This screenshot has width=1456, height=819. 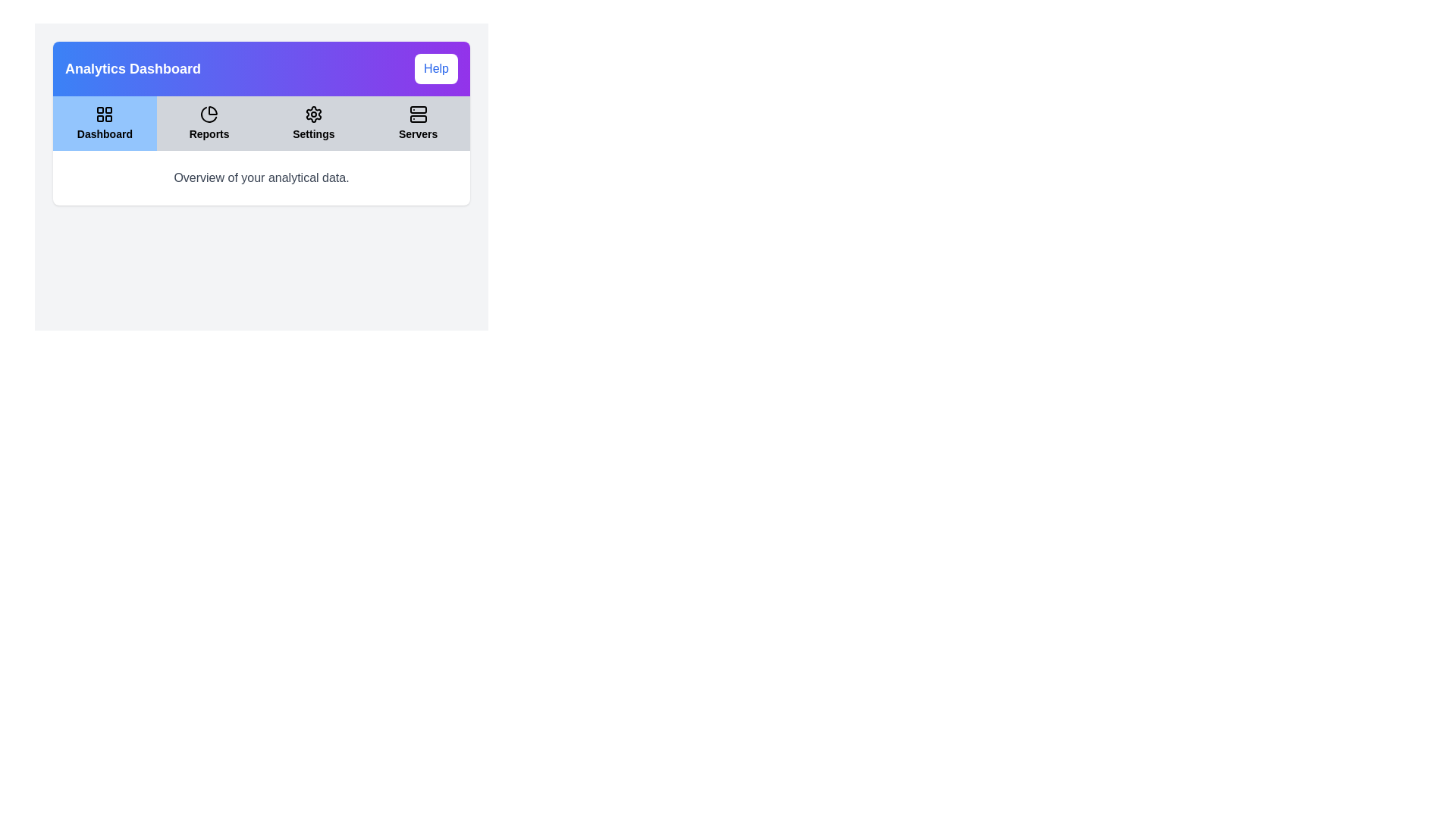 What do you see at coordinates (312, 113) in the screenshot?
I see `the Icon button located in the top navigation bar, which is the third item positioned between the Reports icon and the Servers icon, and aligned with the 'Settings' text below it` at bounding box center [312, 113].